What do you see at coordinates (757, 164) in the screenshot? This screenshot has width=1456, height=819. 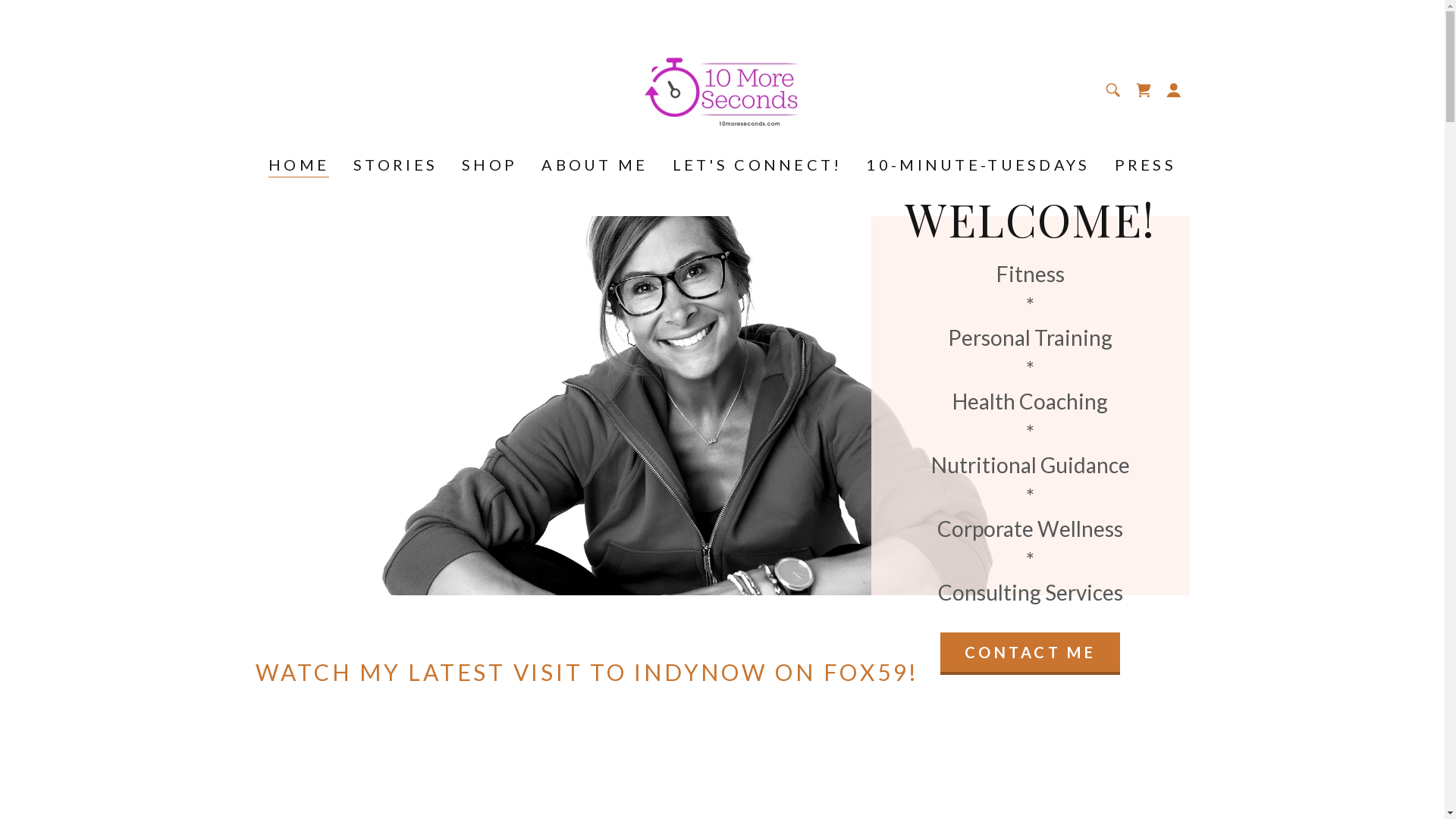 I see `'LET'S CONNECT!'` at bounding box center [757, 164].